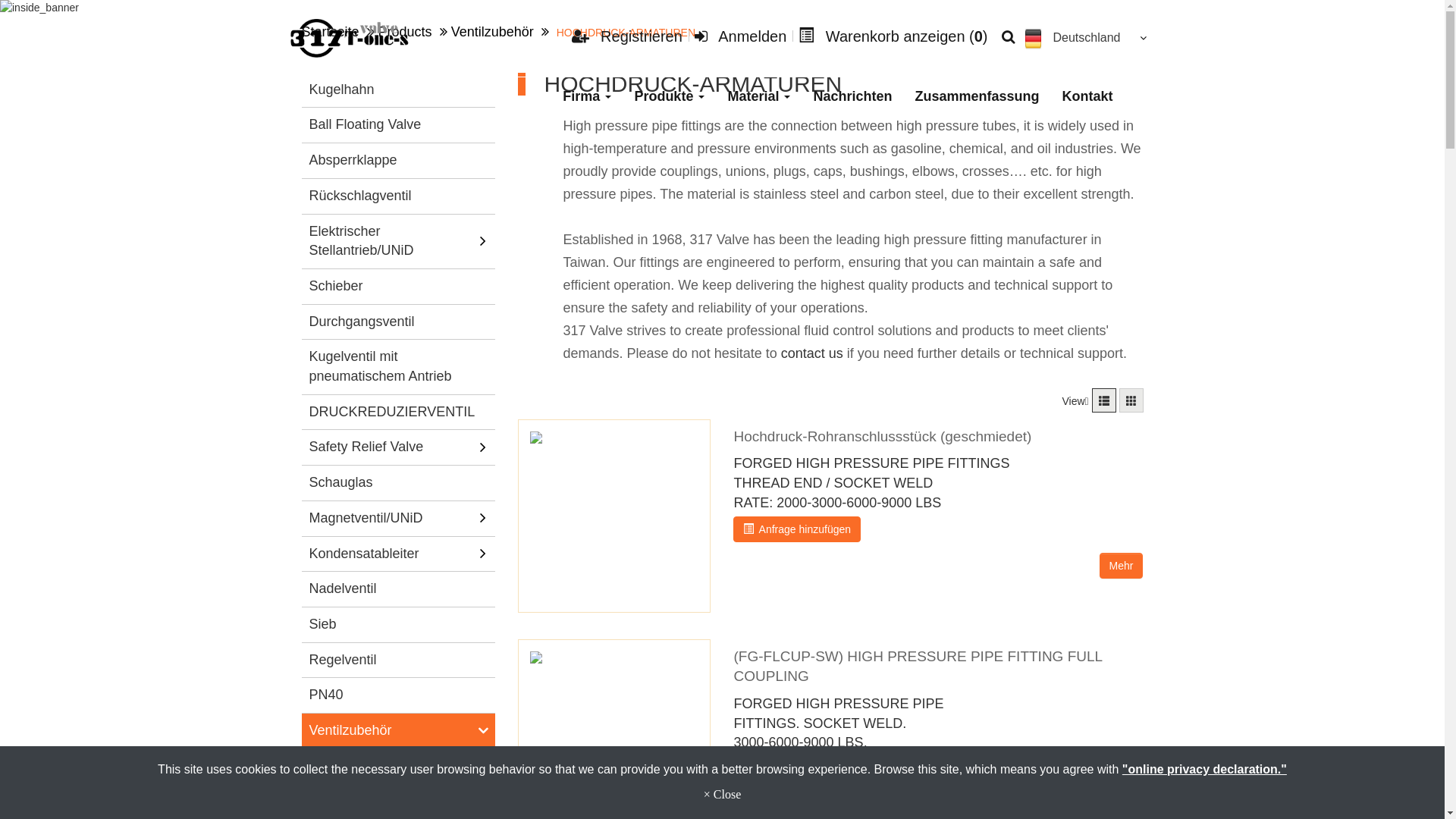 The image size is (1456, 819). Describe the element at coordinates (893, 34) in the screenshot. I see `'Warenkorb anzeigen (0)'` at that location.